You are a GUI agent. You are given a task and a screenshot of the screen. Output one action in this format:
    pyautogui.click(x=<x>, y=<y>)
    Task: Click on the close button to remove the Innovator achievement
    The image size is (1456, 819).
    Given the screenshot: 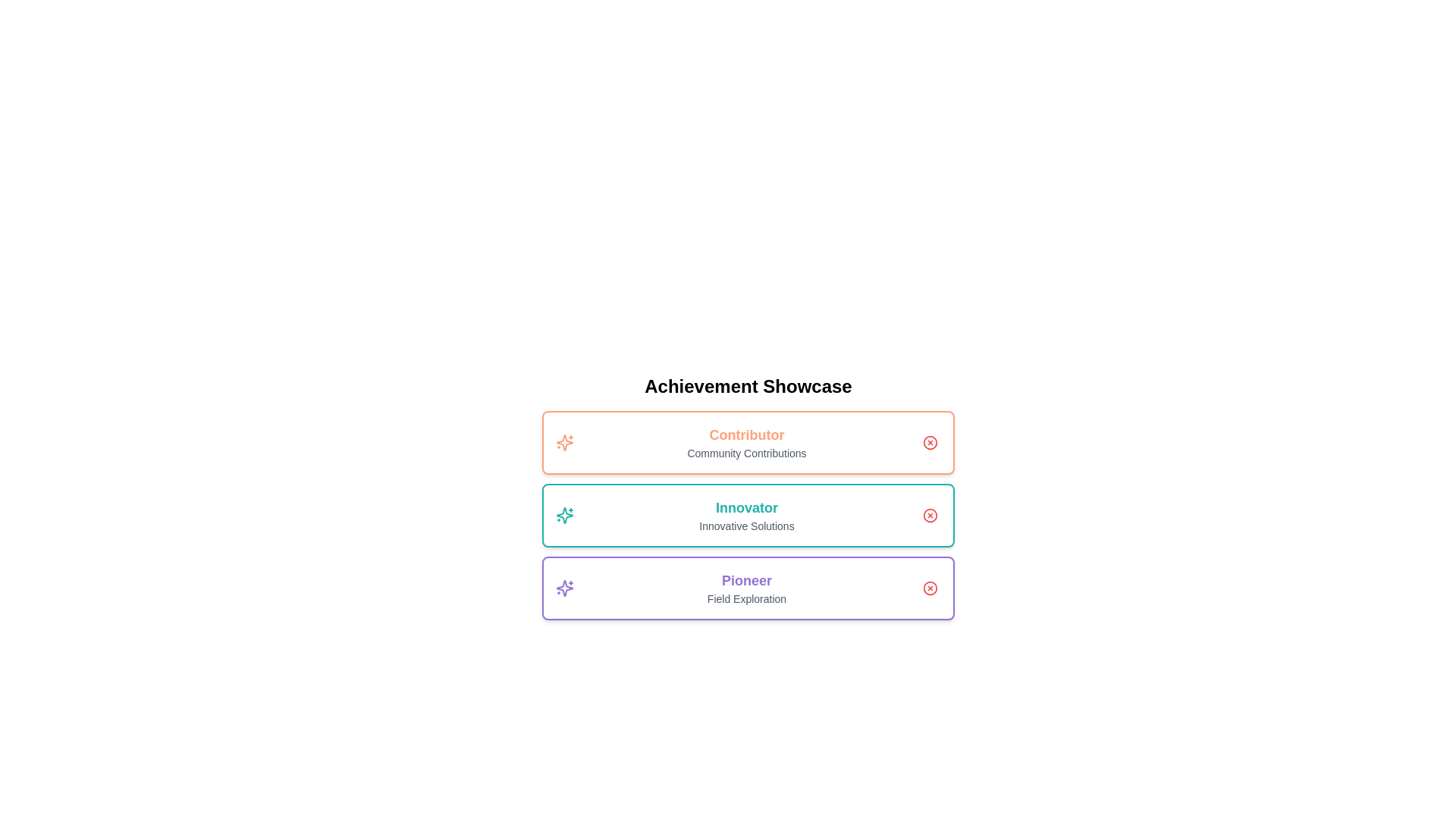 What is the action you would take?
    pyautogui.click(x=930, y=514)
    